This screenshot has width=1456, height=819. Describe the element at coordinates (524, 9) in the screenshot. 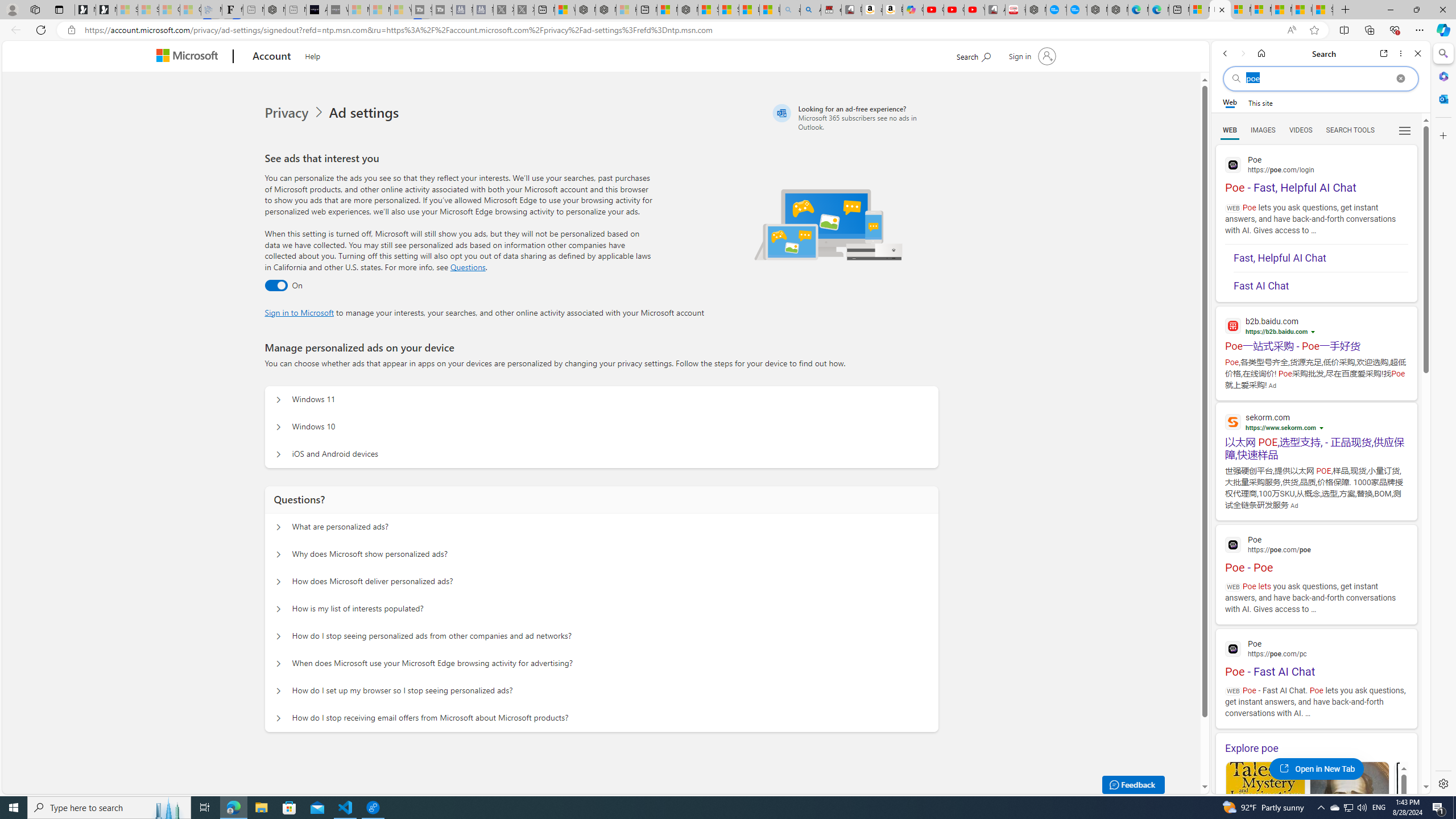

I see `'X - Sleeping'` at that location.